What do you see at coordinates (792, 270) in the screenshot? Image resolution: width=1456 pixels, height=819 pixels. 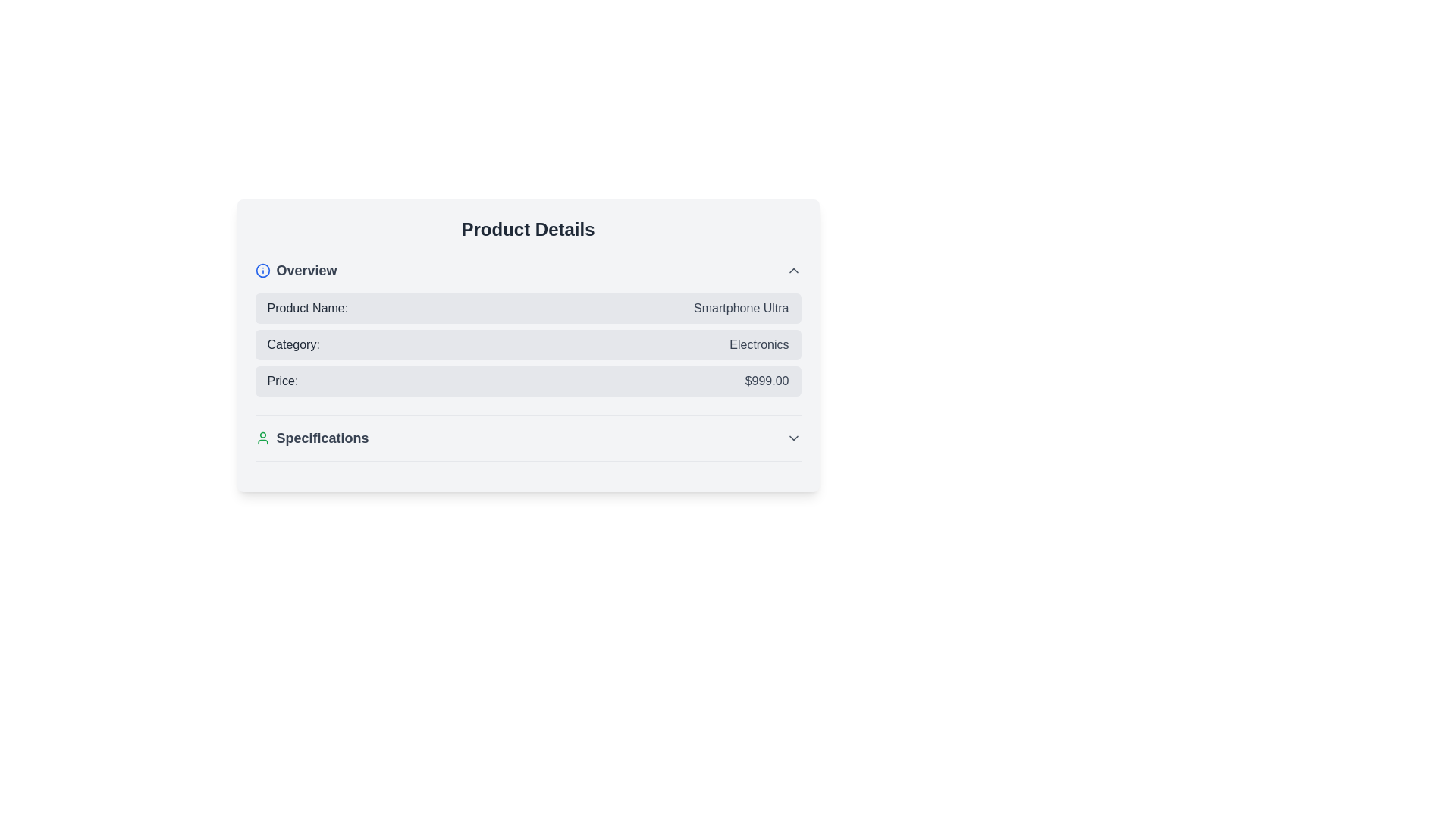 I see `the small upward pointing chevron icon, which is gray and positioned to the far right of the 'Overview' section header` at bounding box center [792, 270].